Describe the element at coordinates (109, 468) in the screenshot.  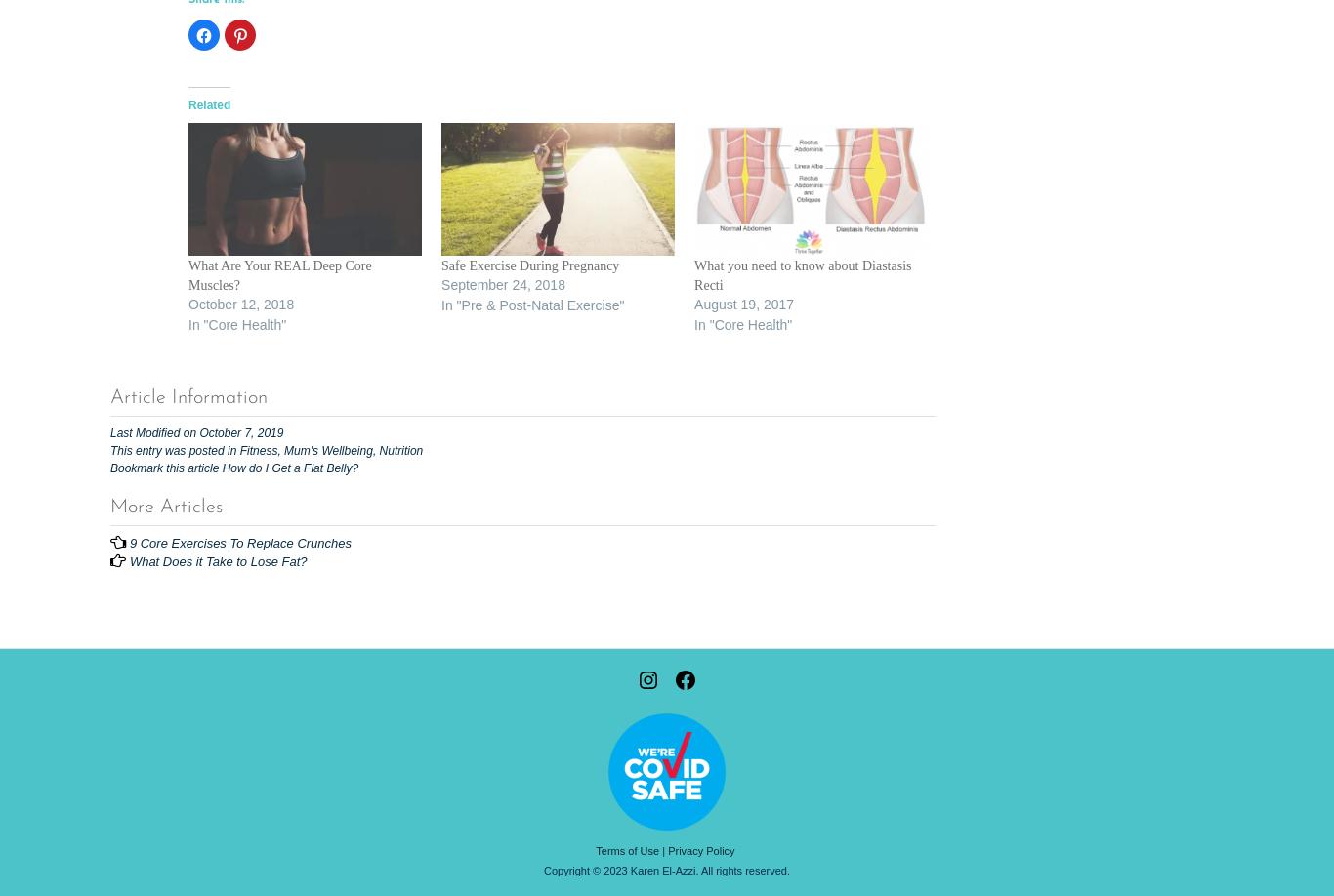
I see `'Bookmark this article'` at that location.